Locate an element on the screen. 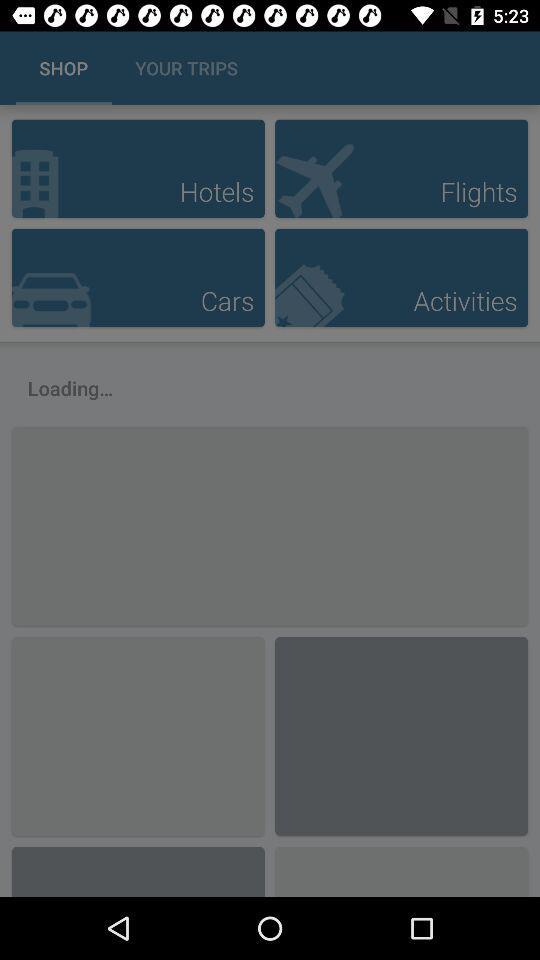  see activities is located at coordinates (401, 276).